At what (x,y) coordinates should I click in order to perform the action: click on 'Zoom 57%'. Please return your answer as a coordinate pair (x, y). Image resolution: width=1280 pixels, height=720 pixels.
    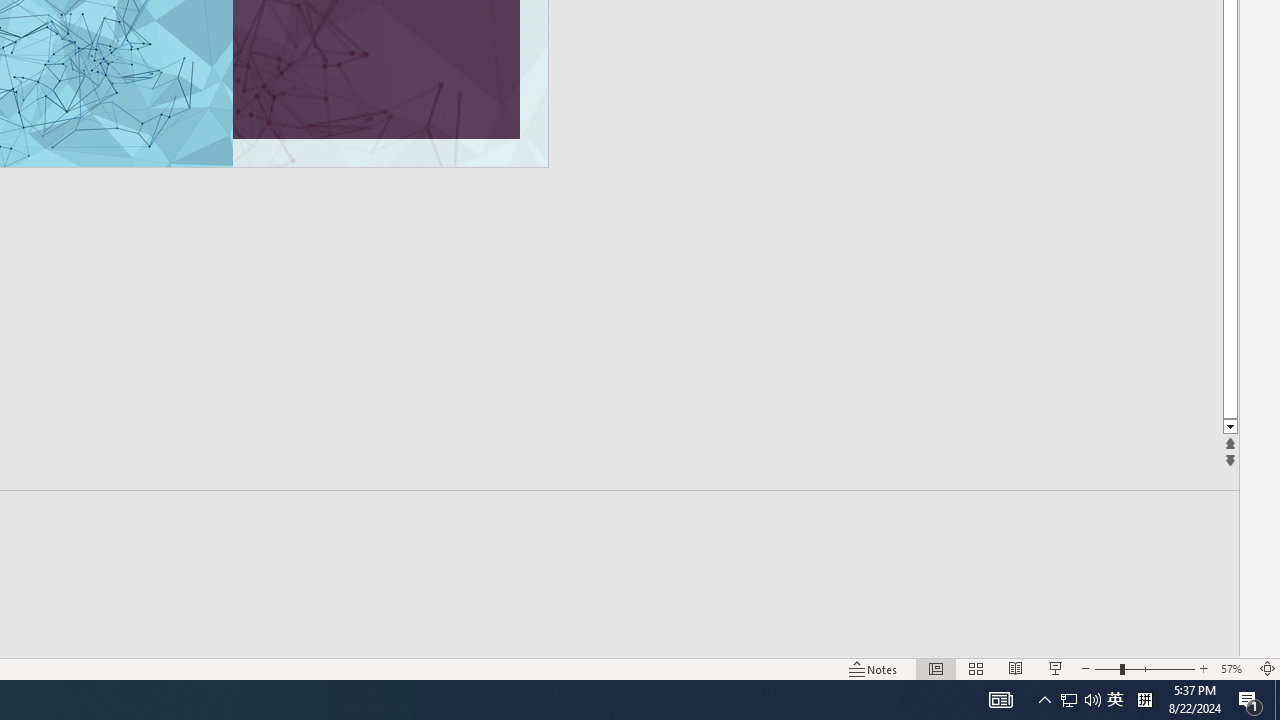
    Looking at the image, I should click on (1233, 669).